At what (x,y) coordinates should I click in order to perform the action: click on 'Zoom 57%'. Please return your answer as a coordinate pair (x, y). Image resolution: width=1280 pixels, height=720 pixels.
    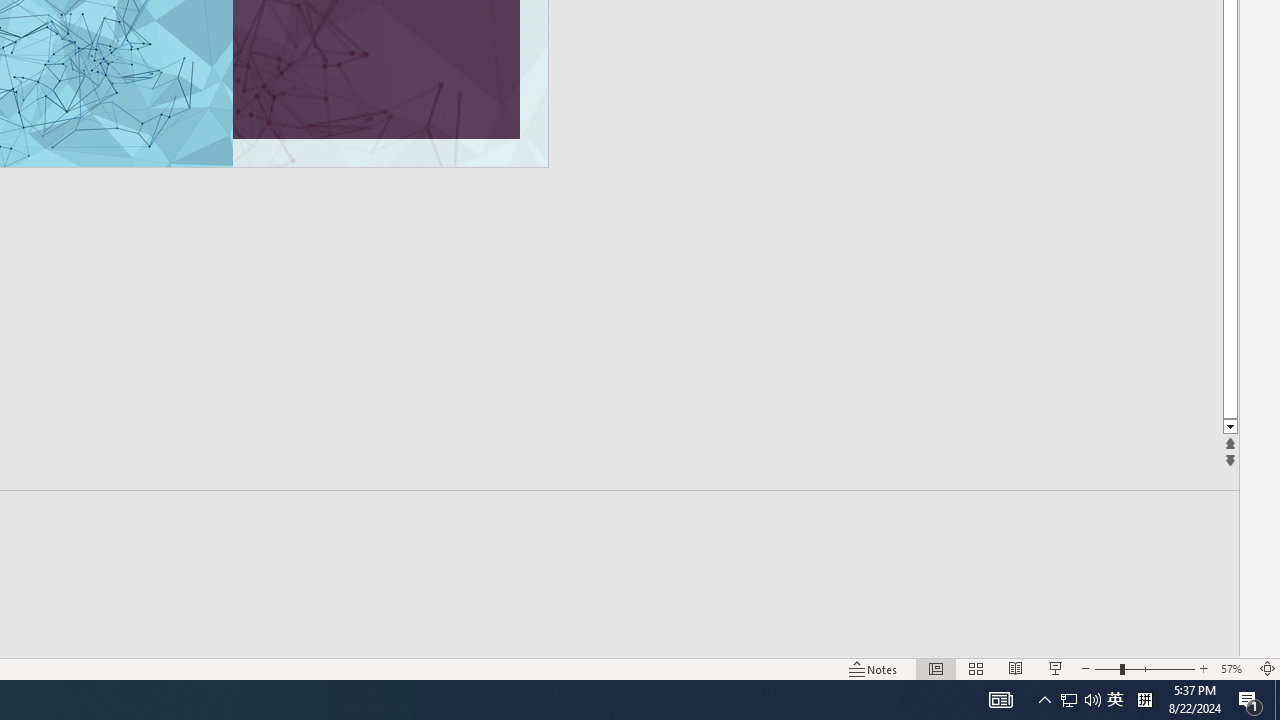
    Looking at the image, I should click on (1233, 669).